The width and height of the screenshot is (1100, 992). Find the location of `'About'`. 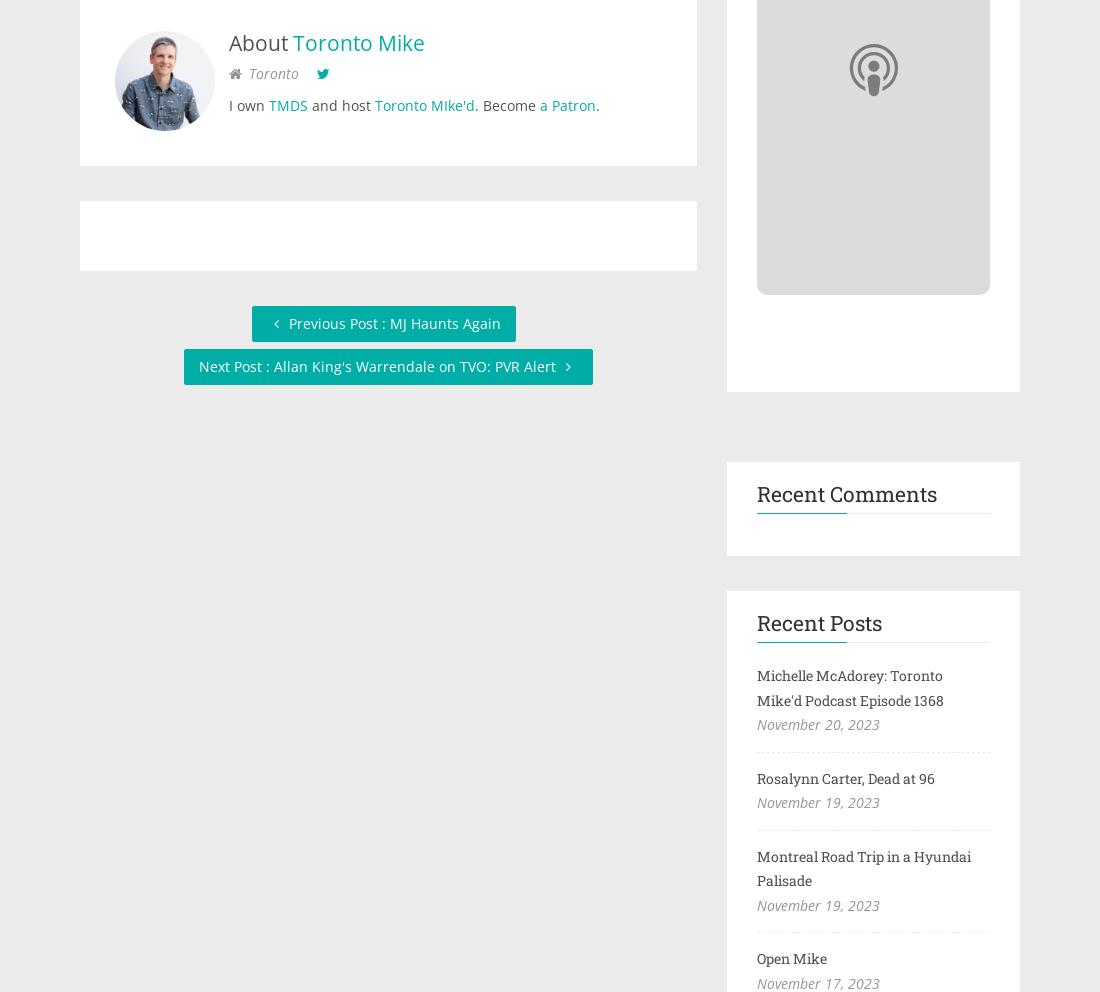

'About' is located at coordinates (261, 40).